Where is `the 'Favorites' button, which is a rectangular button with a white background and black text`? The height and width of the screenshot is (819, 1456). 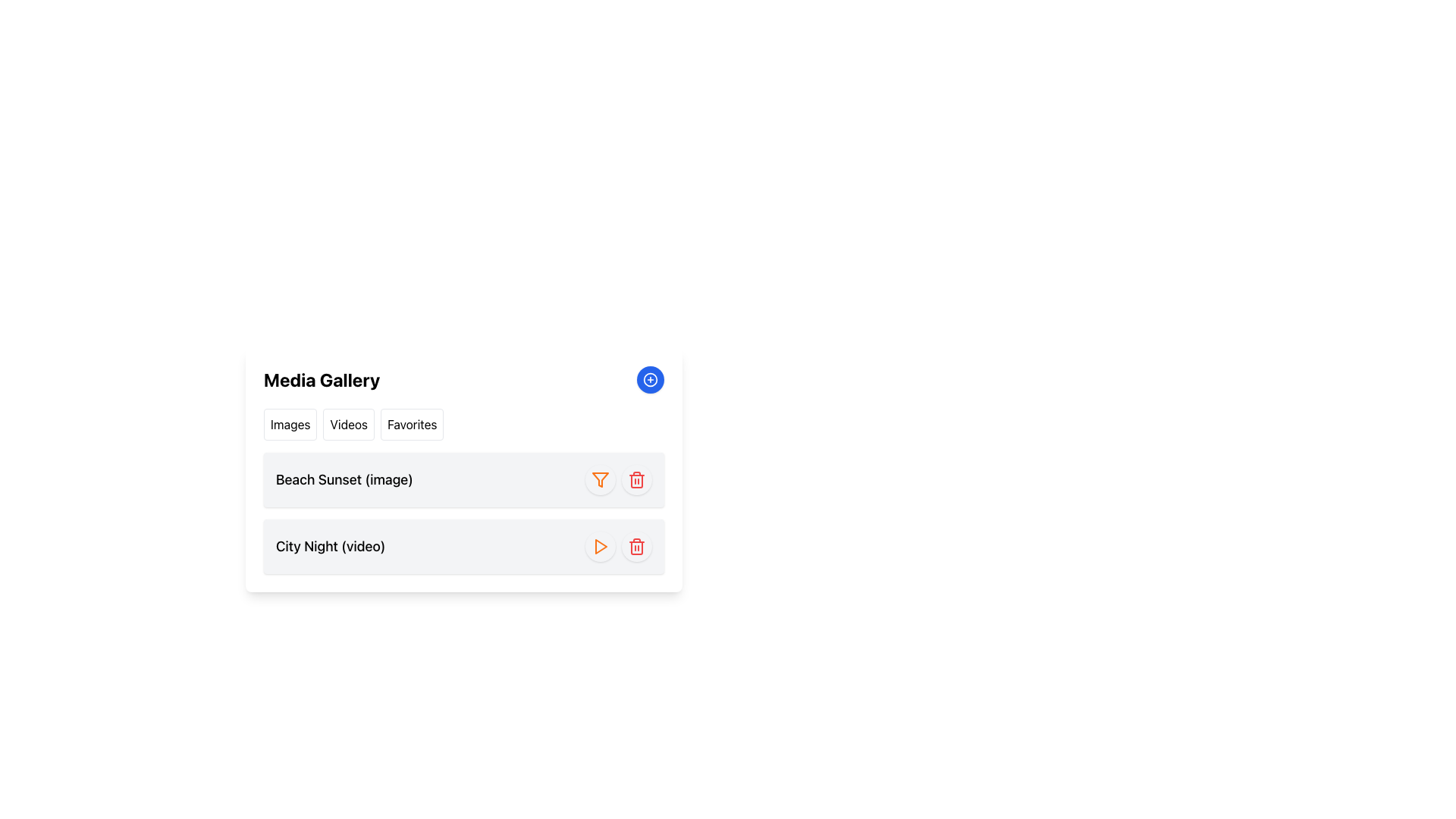
the 'Favorites' button, which is a rectangular button with a white background and black text is located at coordinates (412, 424).